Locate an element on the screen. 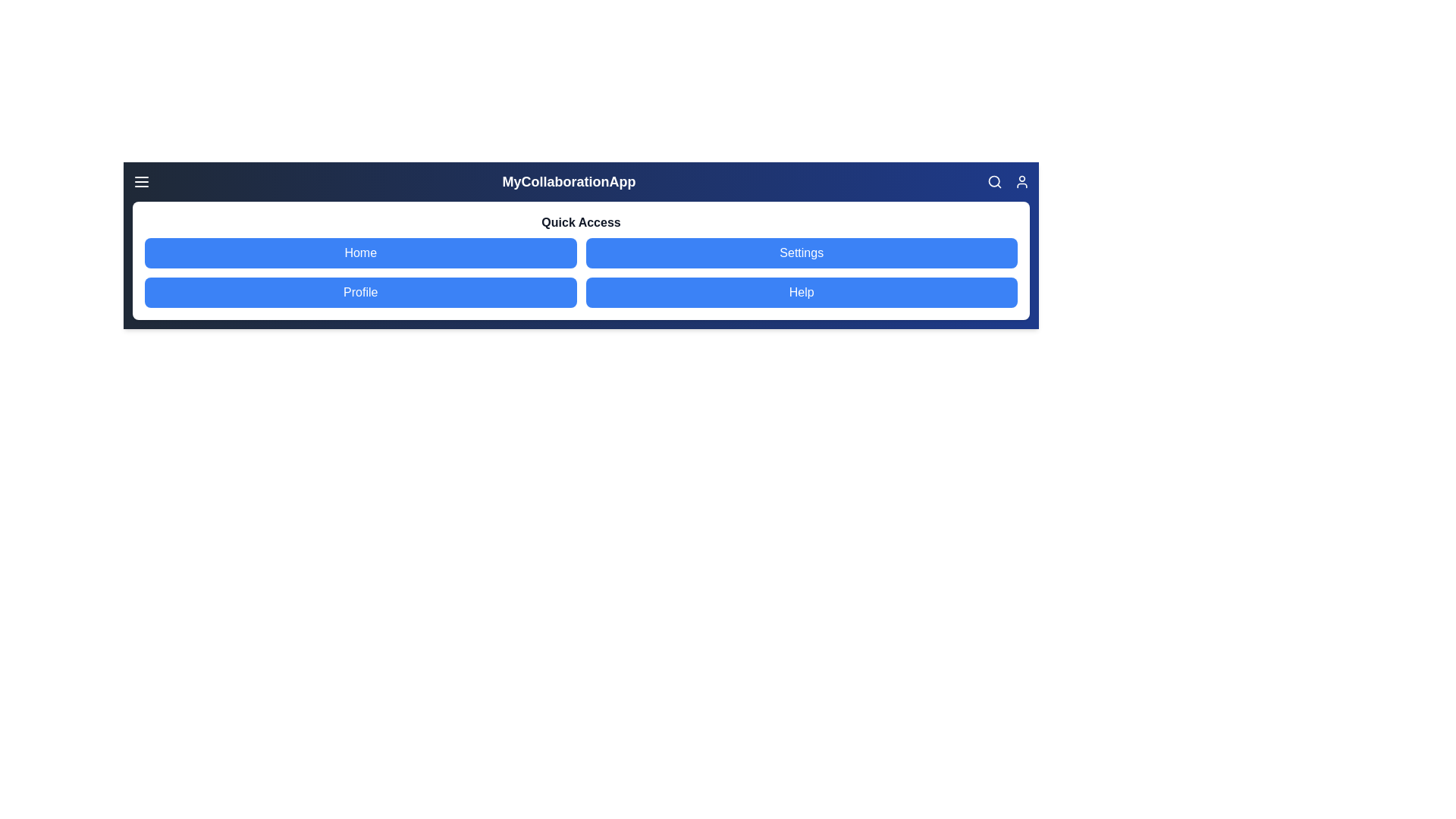 The image size is (1456, 819). the menu button to toggle the menu visibility is located at coordinates (142, 180).